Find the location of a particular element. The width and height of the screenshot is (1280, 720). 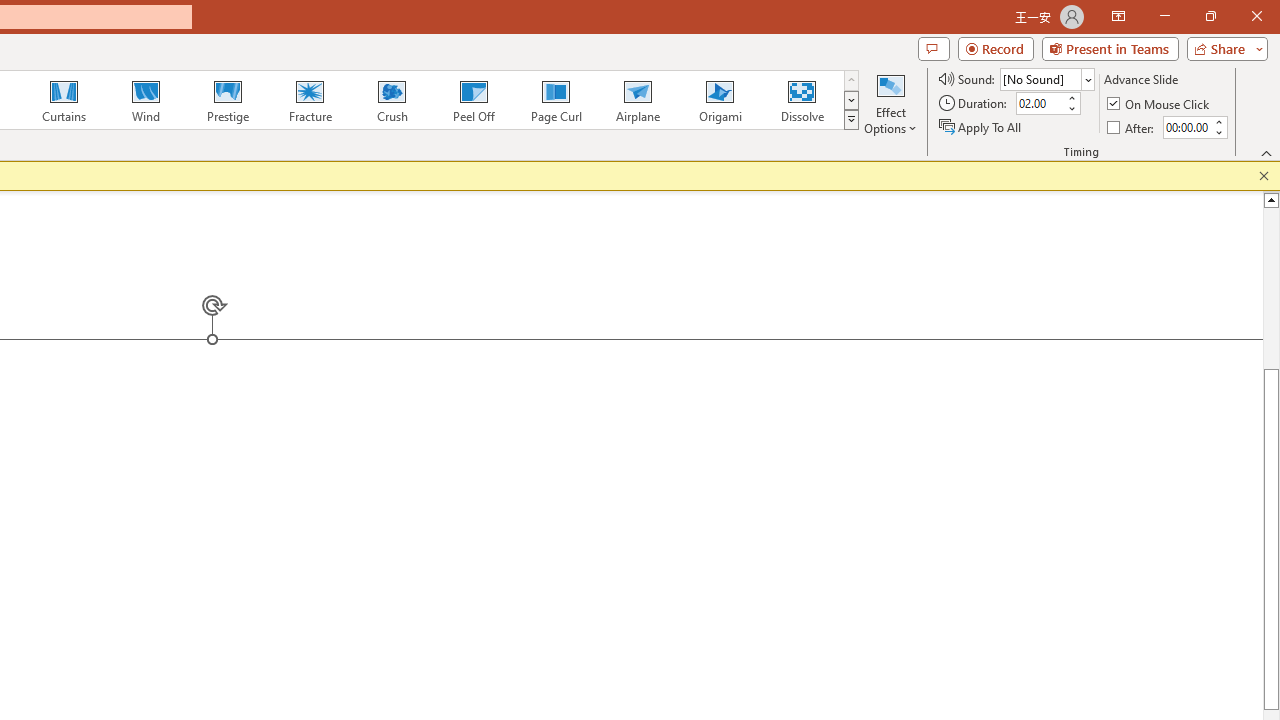

'Close this message' is located at coordinates (1263, 175).